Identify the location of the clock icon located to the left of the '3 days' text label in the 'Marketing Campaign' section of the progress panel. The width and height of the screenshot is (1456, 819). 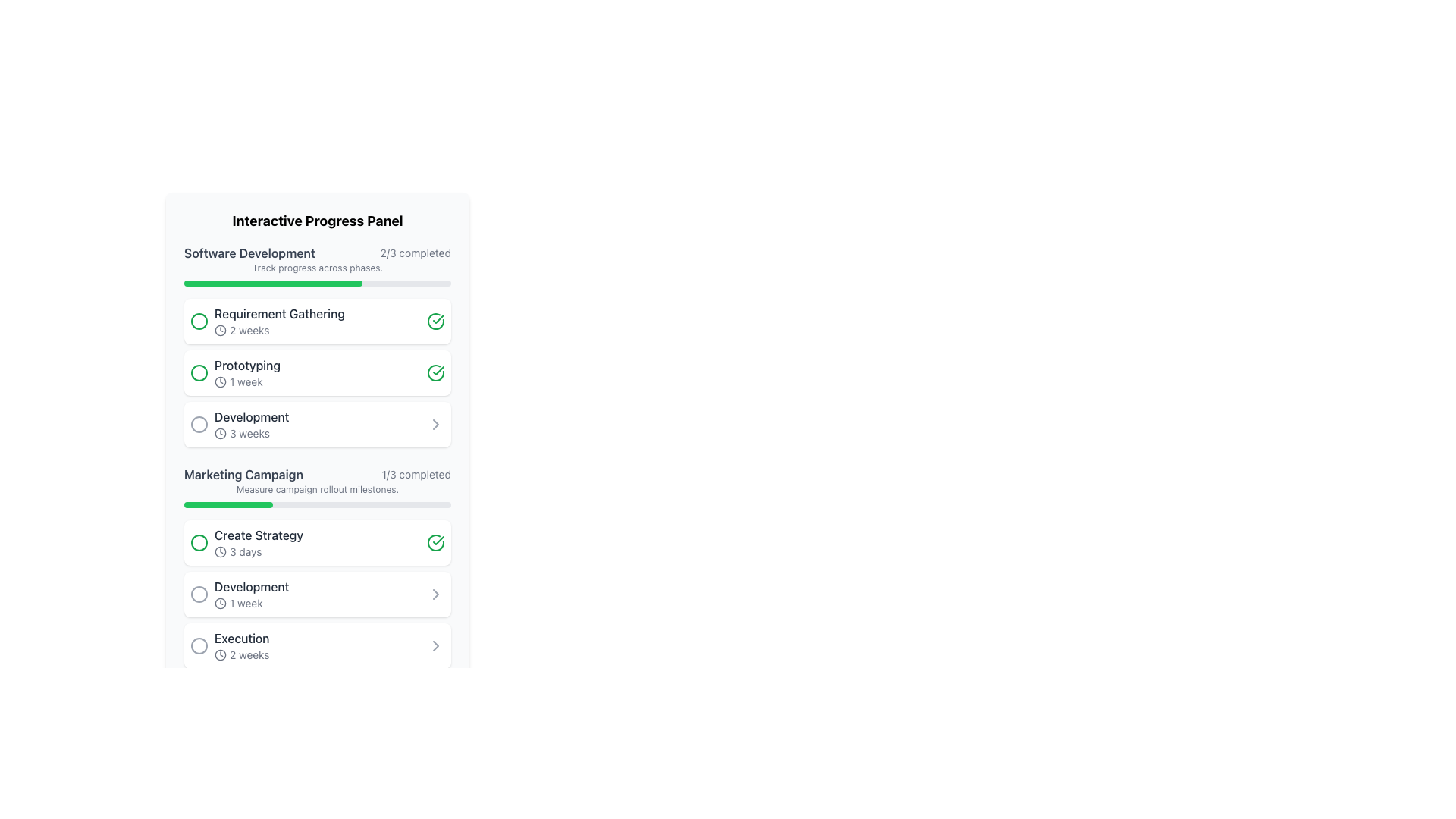
(220, 552).